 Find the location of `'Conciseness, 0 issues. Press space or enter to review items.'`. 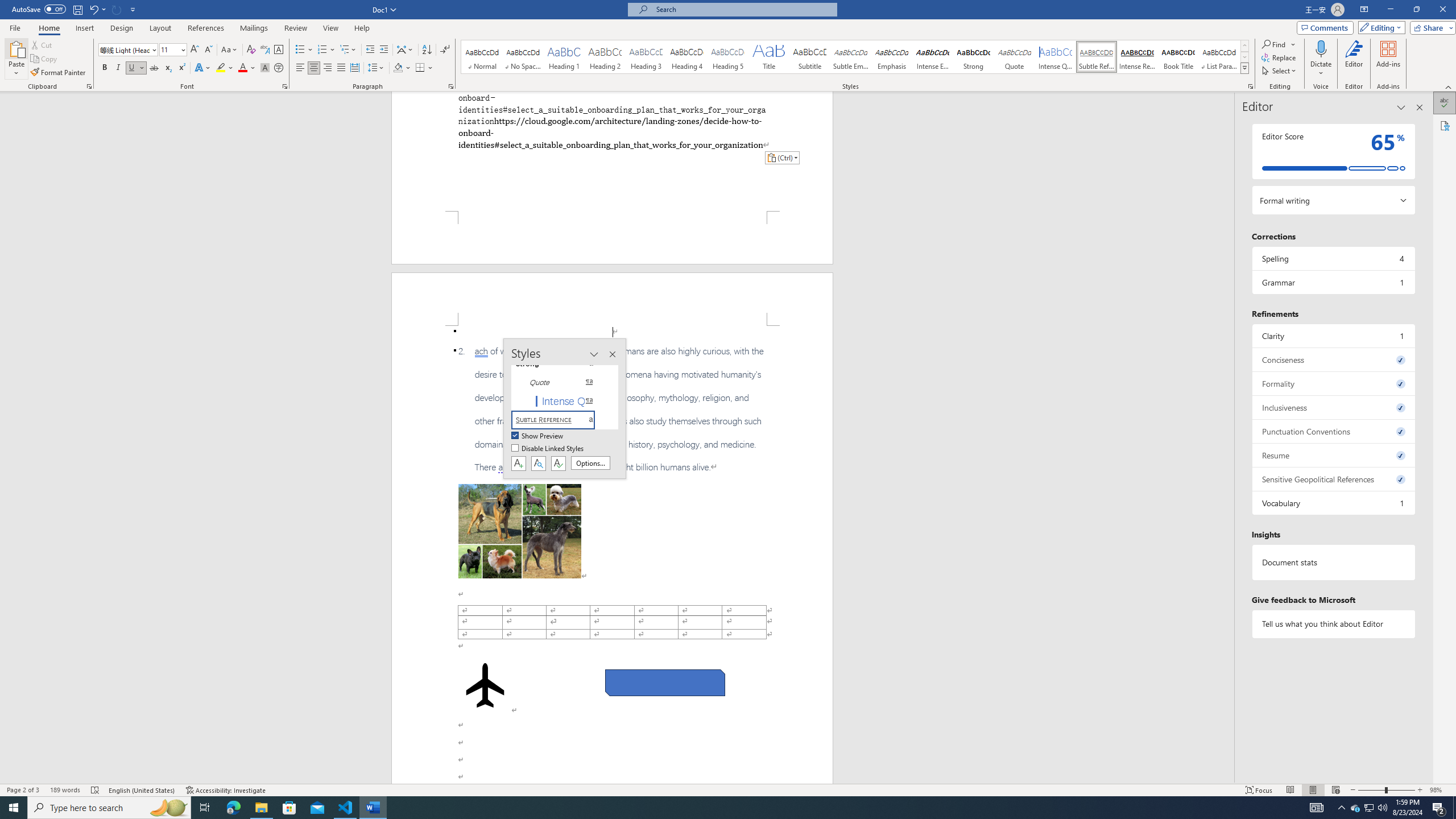

'Conciseness, 0 issues. Press space or enter to review items.' is located at coordinates (1333, 359).